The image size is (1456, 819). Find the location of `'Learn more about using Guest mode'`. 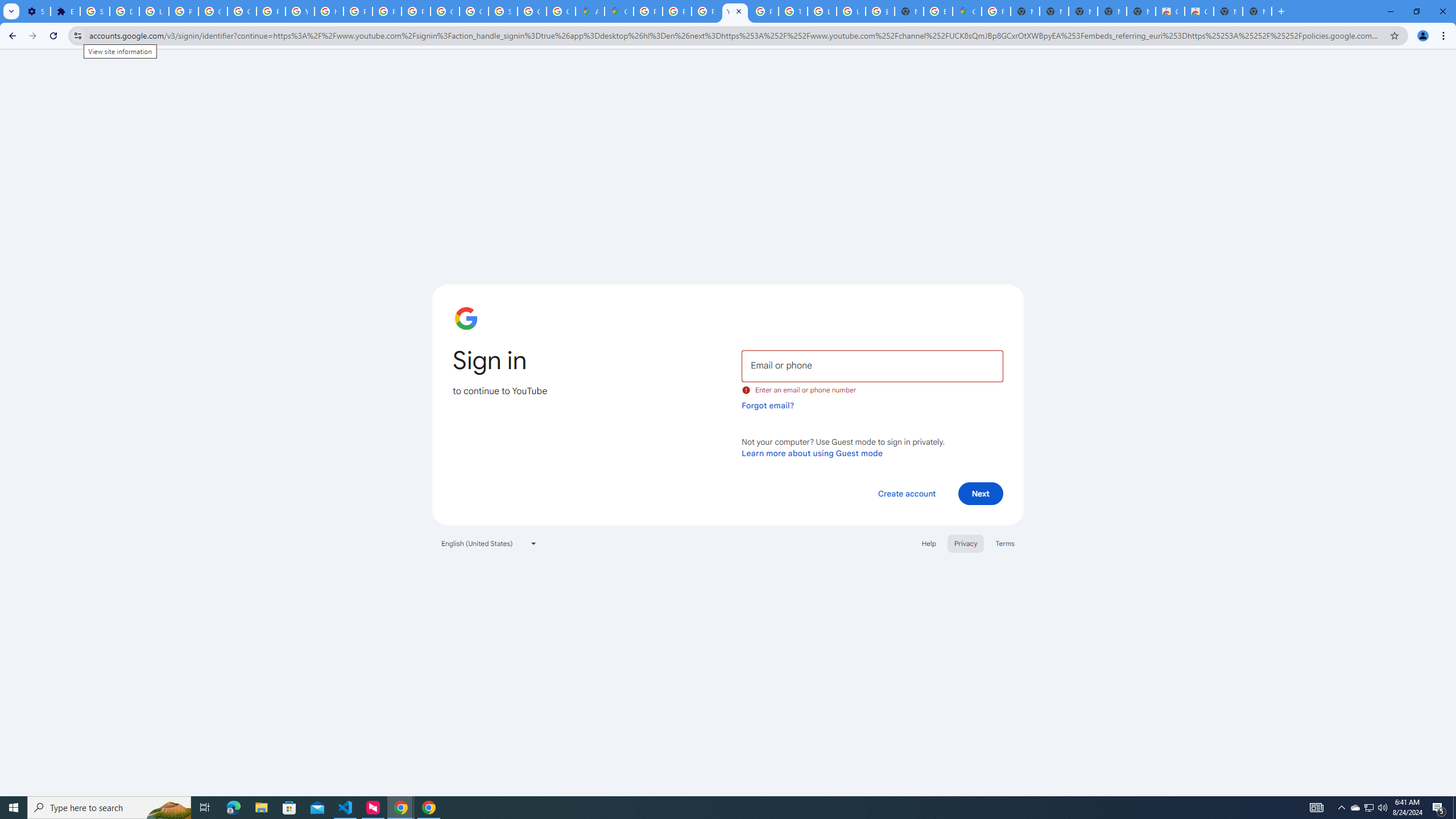

'Learn more about using Guest mode' is located at coordinates (812, 453).